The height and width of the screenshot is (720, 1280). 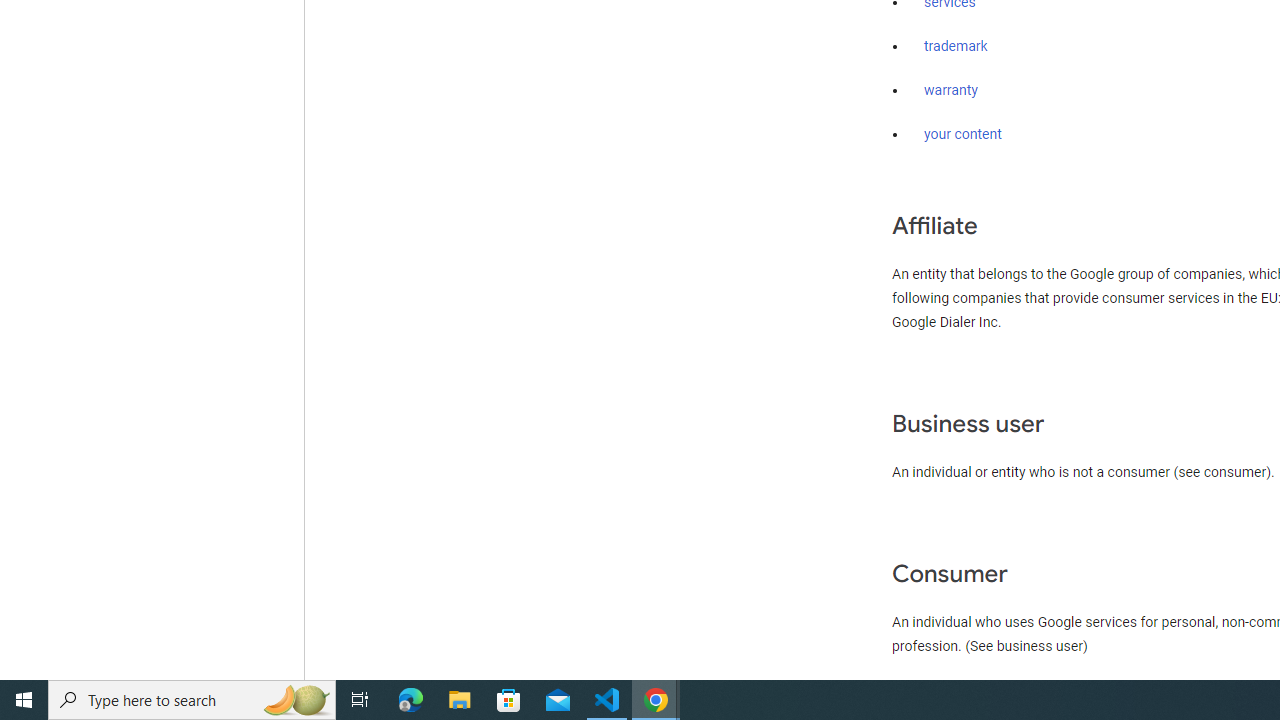 I want to click on 'your content', so click(x=963, y=135).